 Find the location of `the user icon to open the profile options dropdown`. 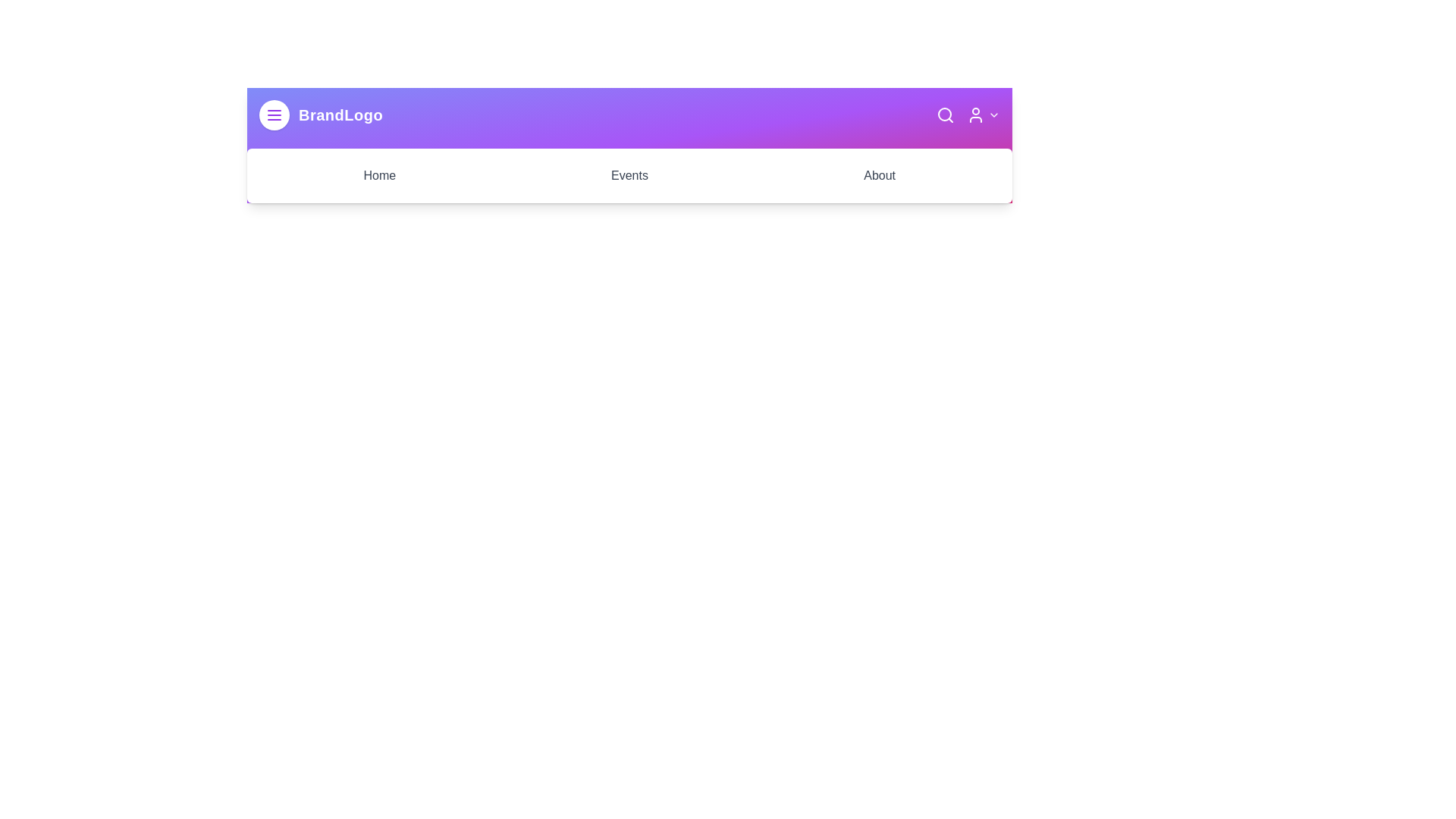

the user icon to open the profile options dropdown is located at coordinates (983, 114).